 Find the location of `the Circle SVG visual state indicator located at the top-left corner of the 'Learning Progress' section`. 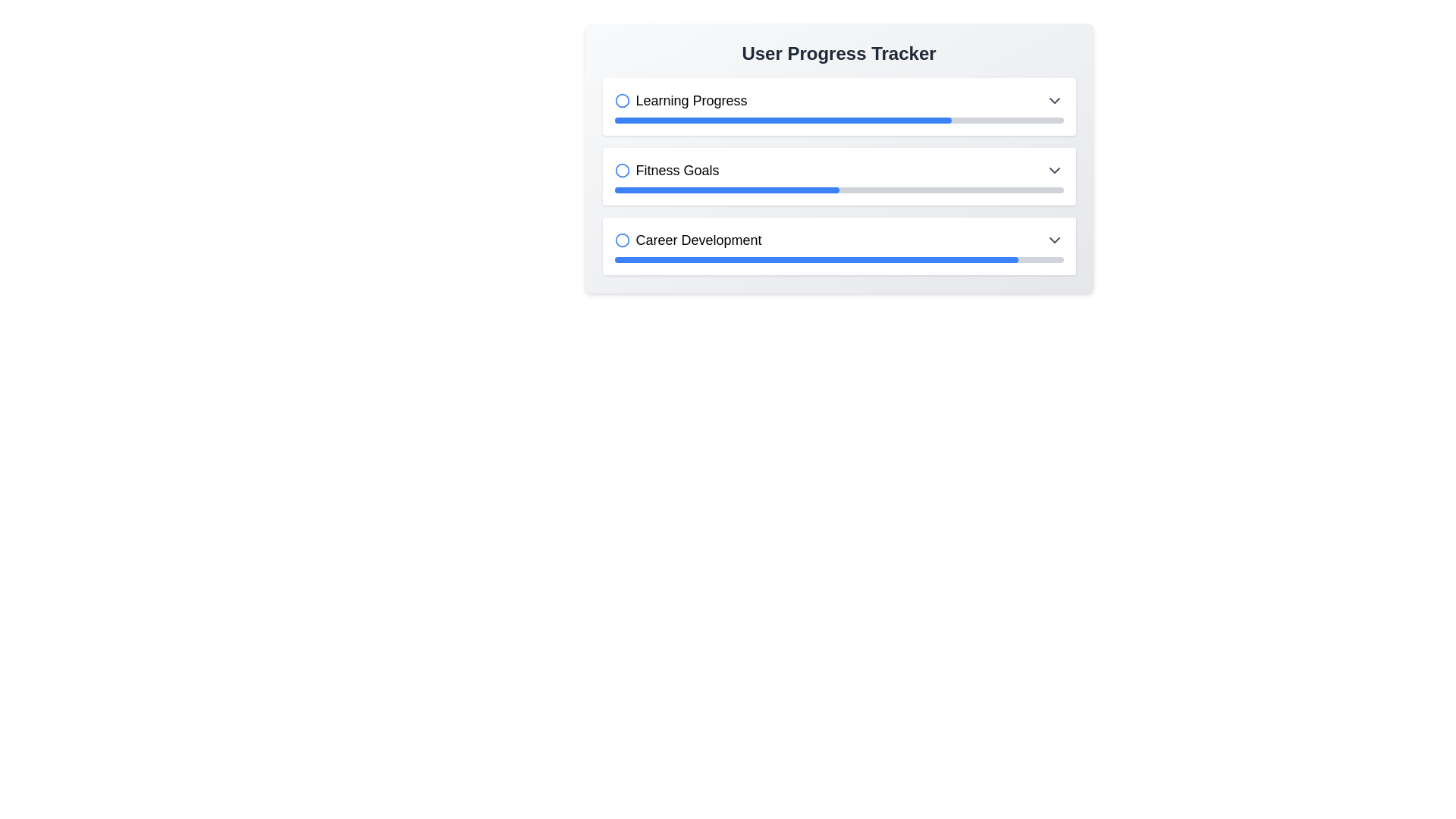

the Circle SVG visual state indicator located at the top-left corner of the 'Learning Progress' section is located at coordinates (622, 100).